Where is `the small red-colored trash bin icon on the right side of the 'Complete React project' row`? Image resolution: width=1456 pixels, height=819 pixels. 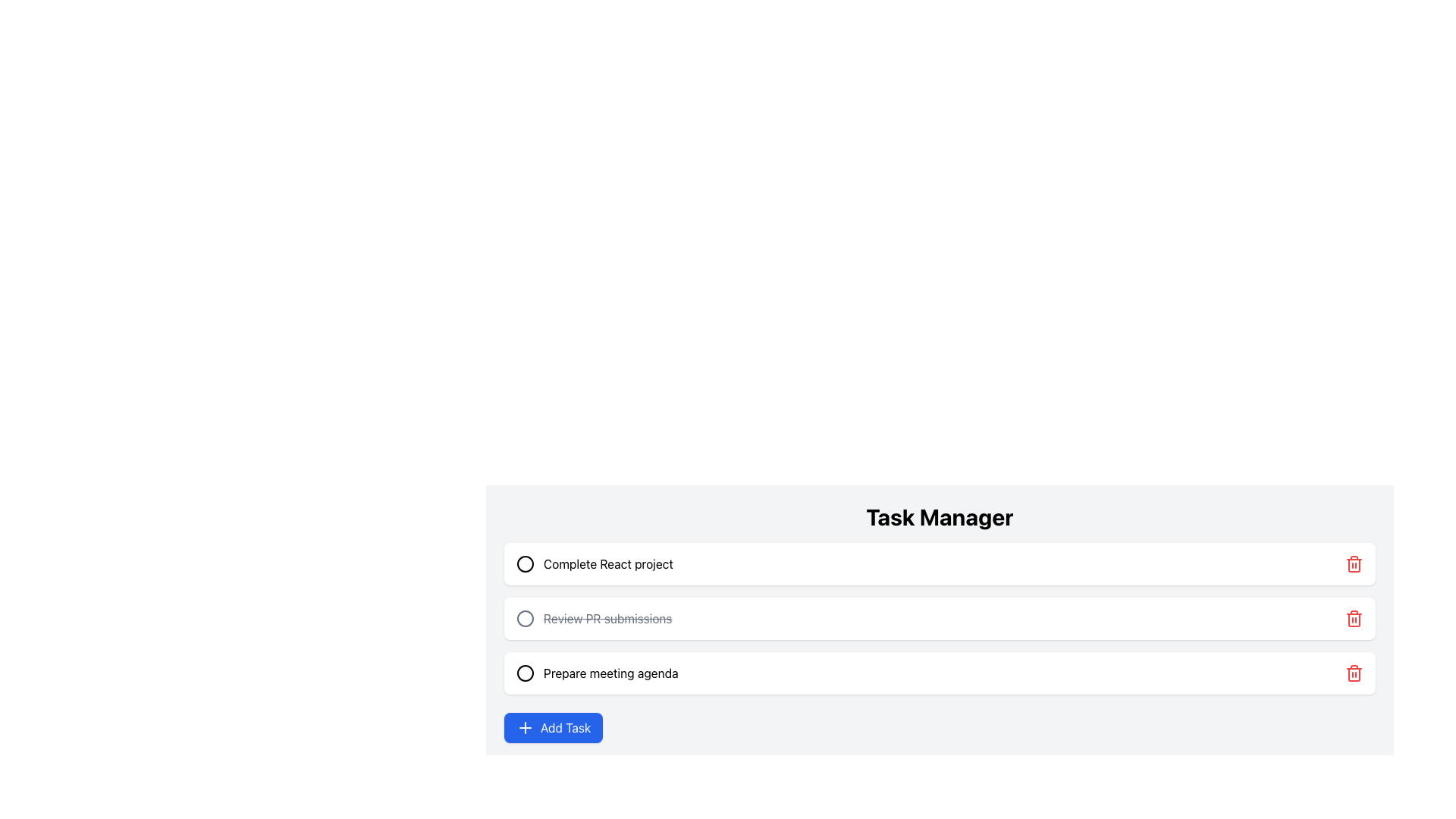
the small red-colored trash bin icon on the right side of the 'Complete React project' row is located at coordinates (1354, 564).